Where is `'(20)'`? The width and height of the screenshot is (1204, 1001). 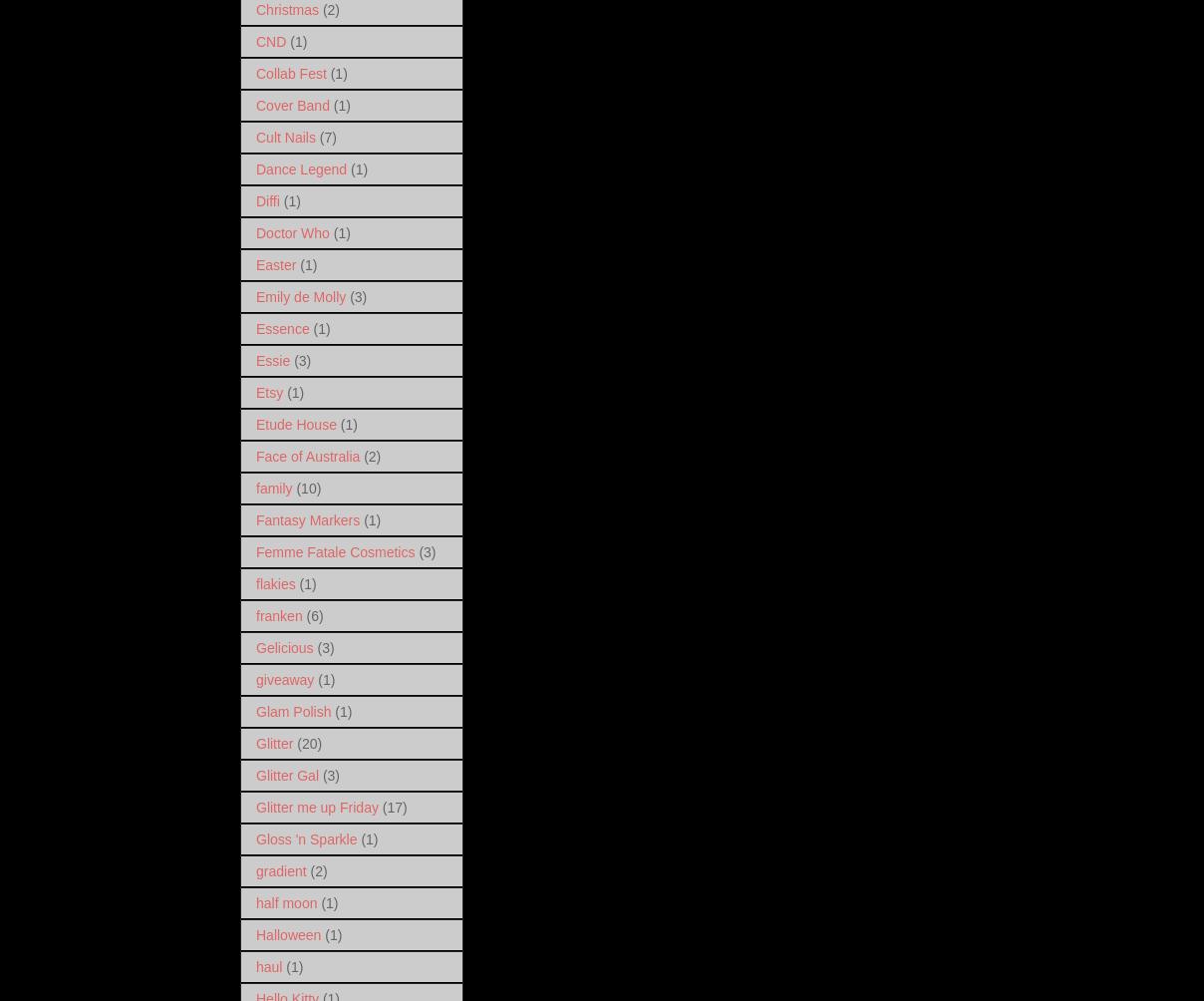 '(20)' is located at coordinates (308, 741).